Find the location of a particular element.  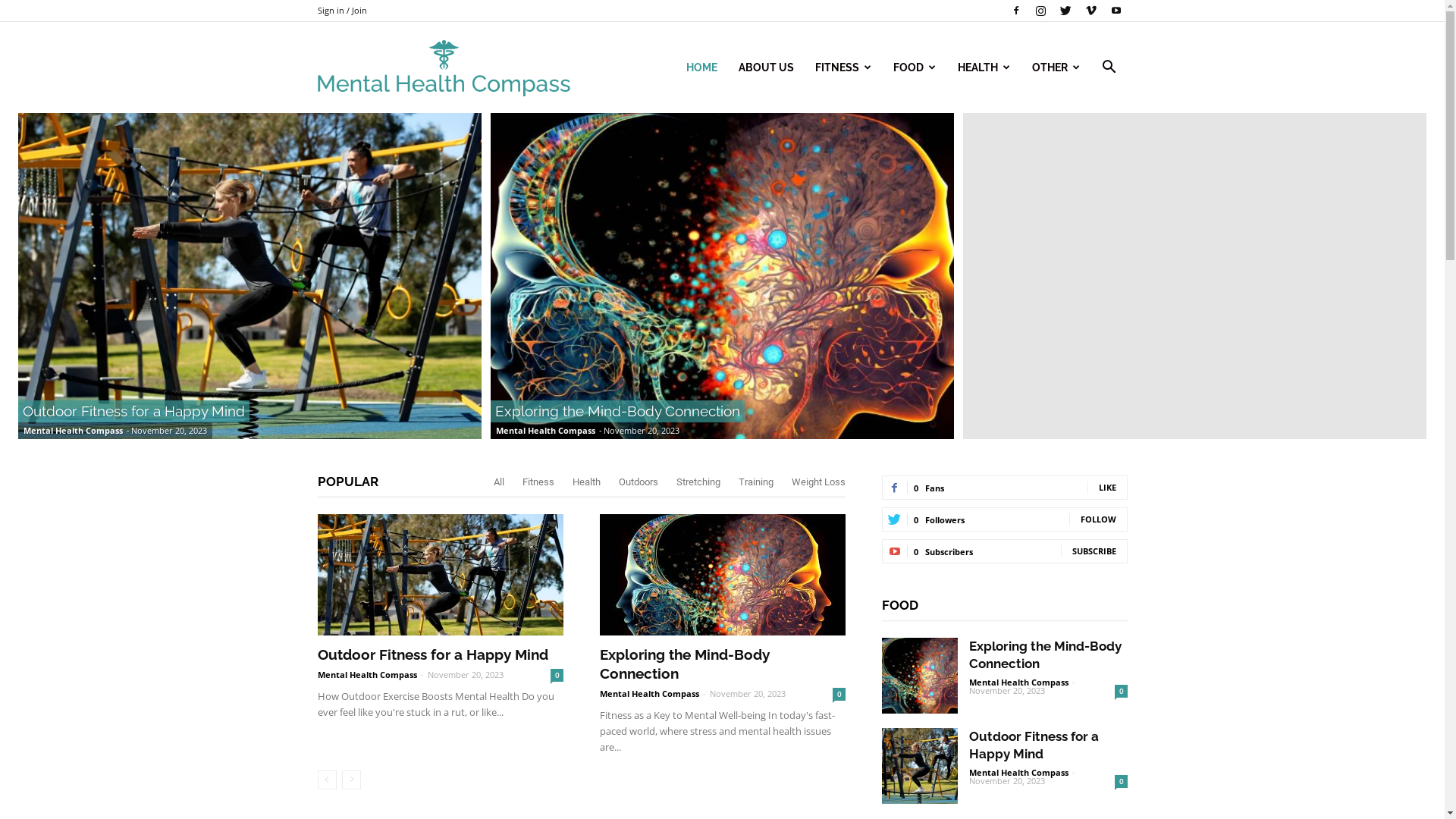

'Youtube' is located at coordinates (1115, 11).